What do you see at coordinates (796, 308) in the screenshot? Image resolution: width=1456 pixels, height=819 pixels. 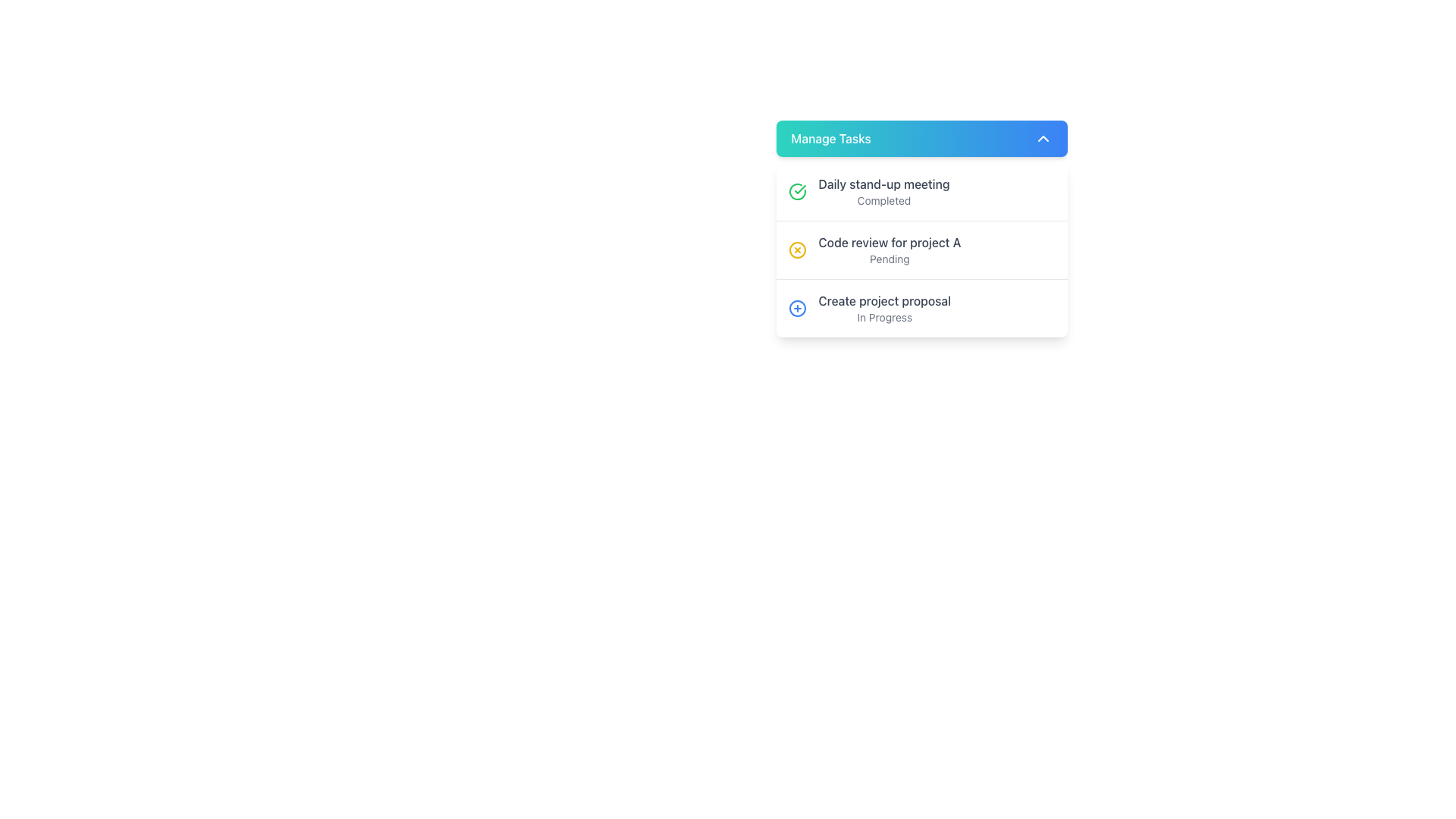 I see `the circular button with a blue border and a white background containing a plus symbol, located in the leftmost region of the 'Create project proposal' row` at bounding box center [796, 308].